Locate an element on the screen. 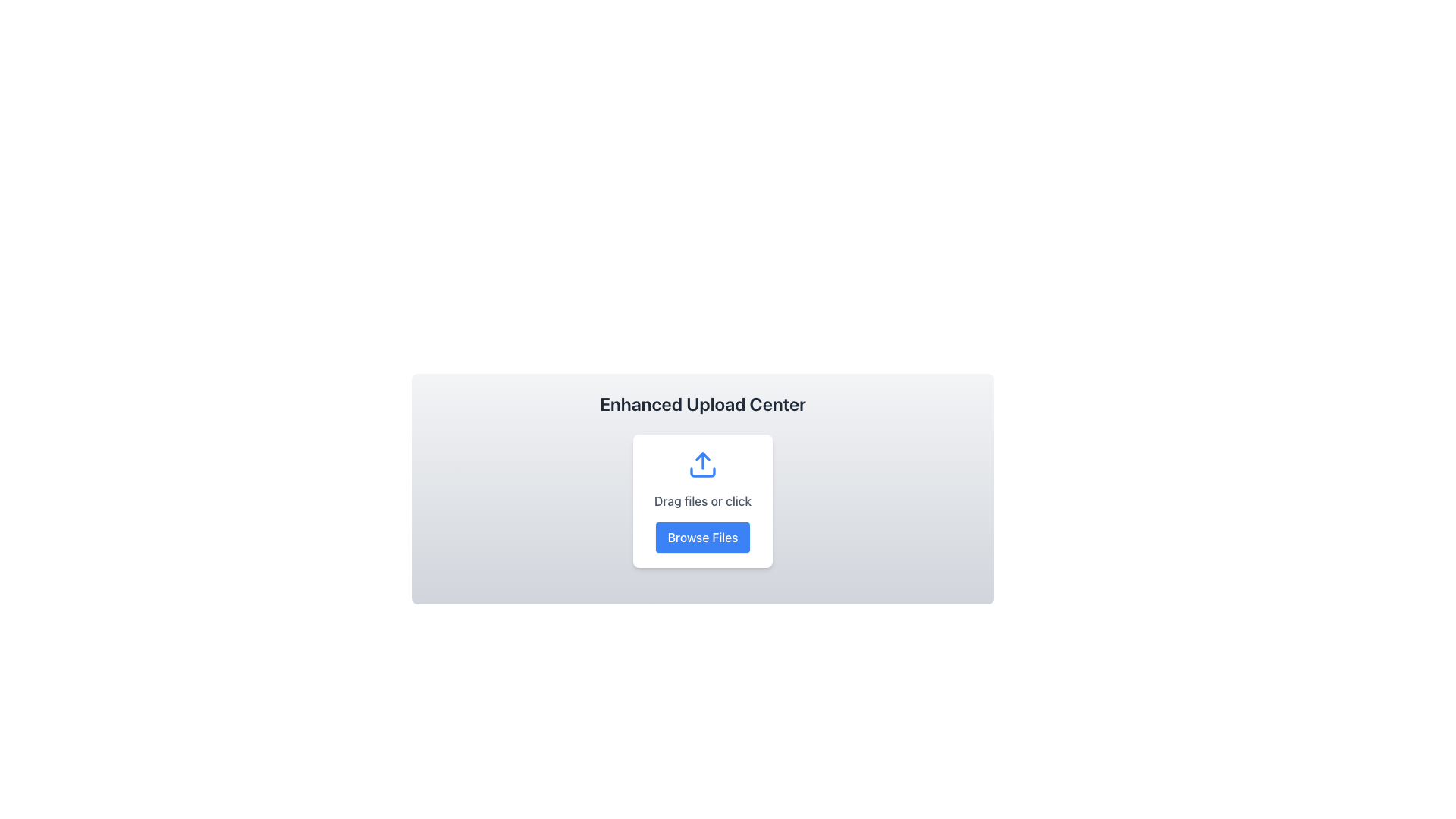 The width and height of the screenshot is (1456, 819). the file upload button located at the bottom of the white card, beneath the text 'Drag files or click' is located at coordinates (701, 537).